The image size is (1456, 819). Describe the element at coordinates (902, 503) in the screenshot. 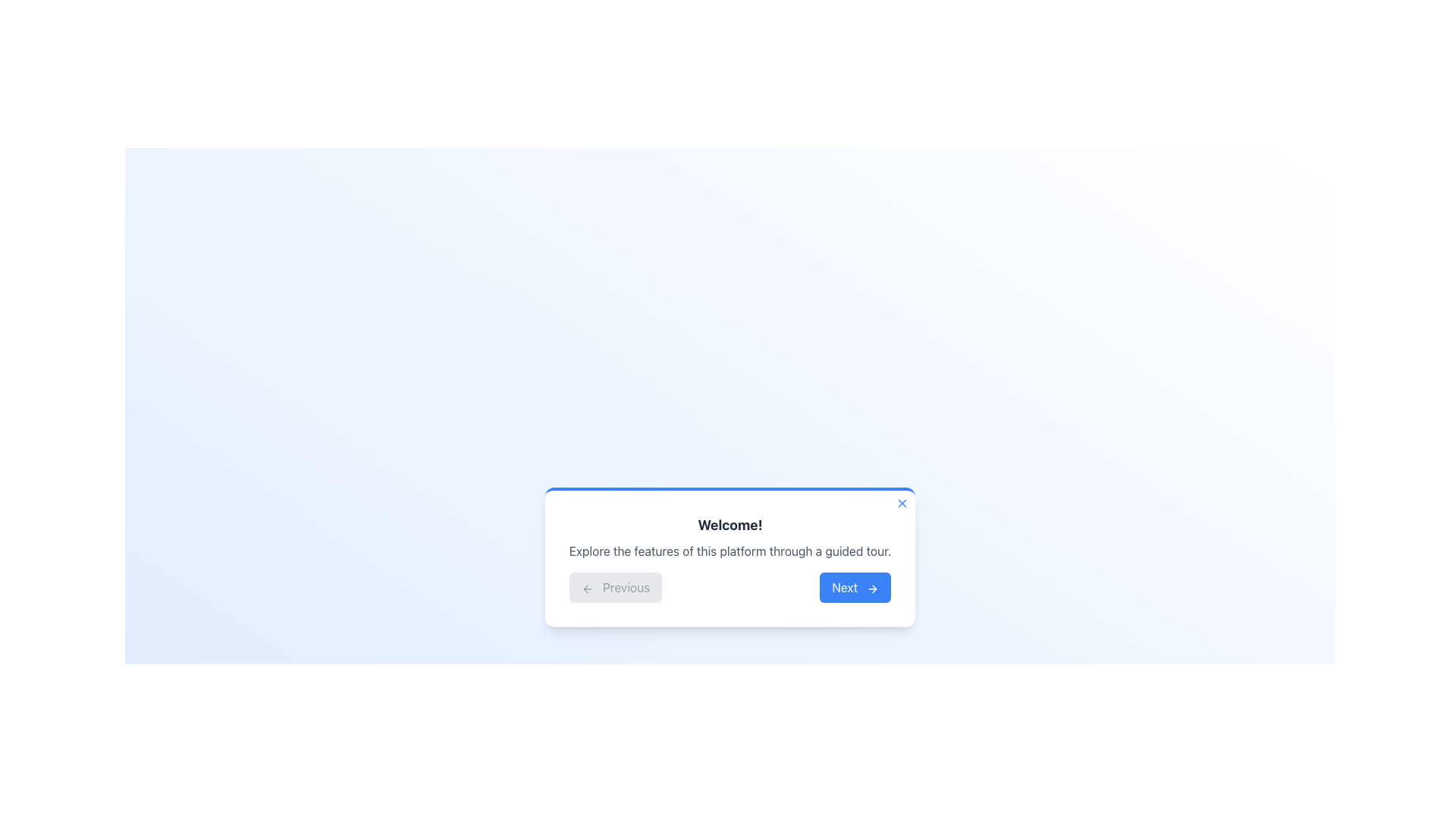

I see `the close button icon located at the top-right corner of the modal dialog box` at that location.